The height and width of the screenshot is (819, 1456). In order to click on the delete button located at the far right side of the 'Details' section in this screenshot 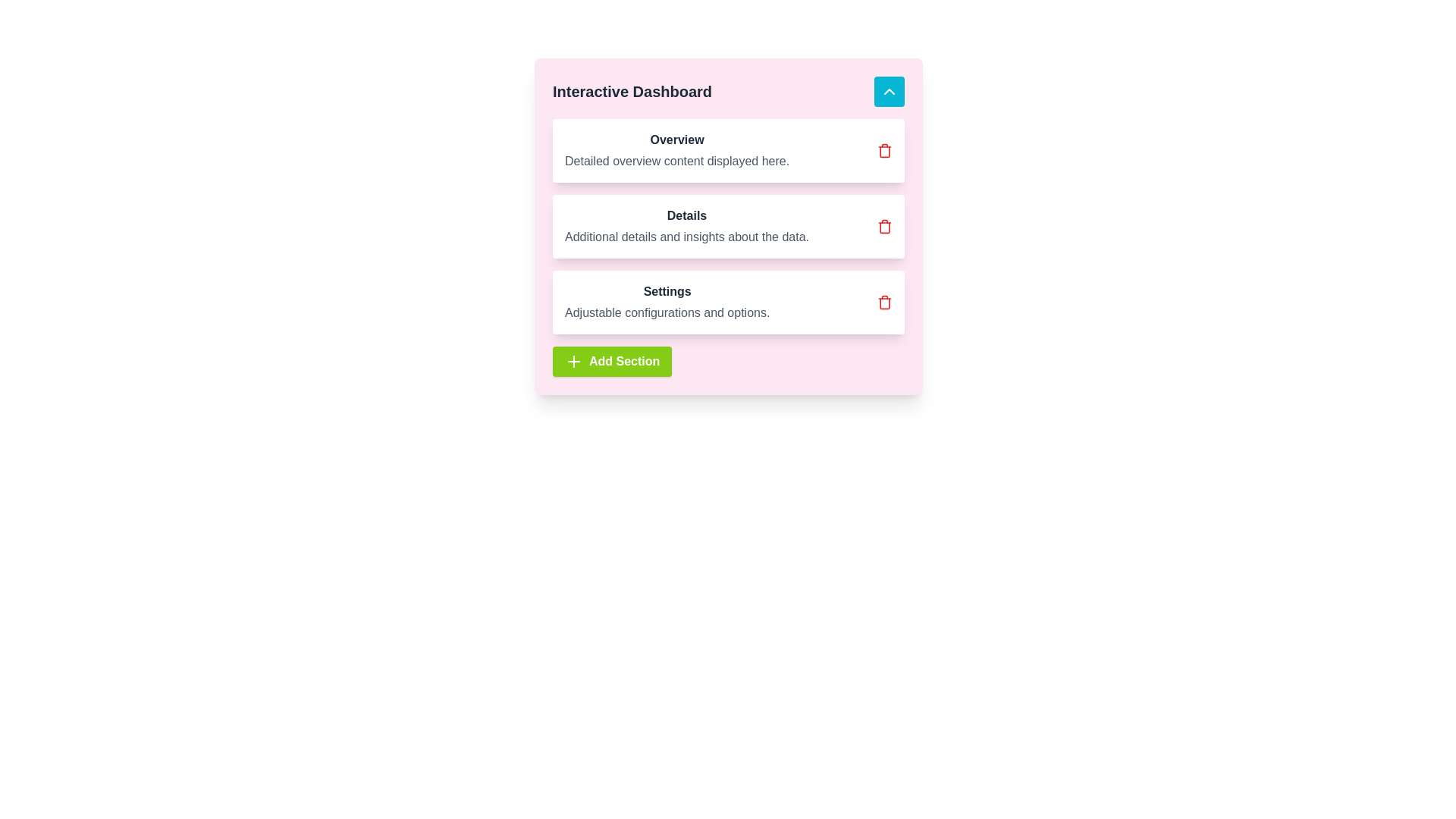, I will do `click(884, 227)`.